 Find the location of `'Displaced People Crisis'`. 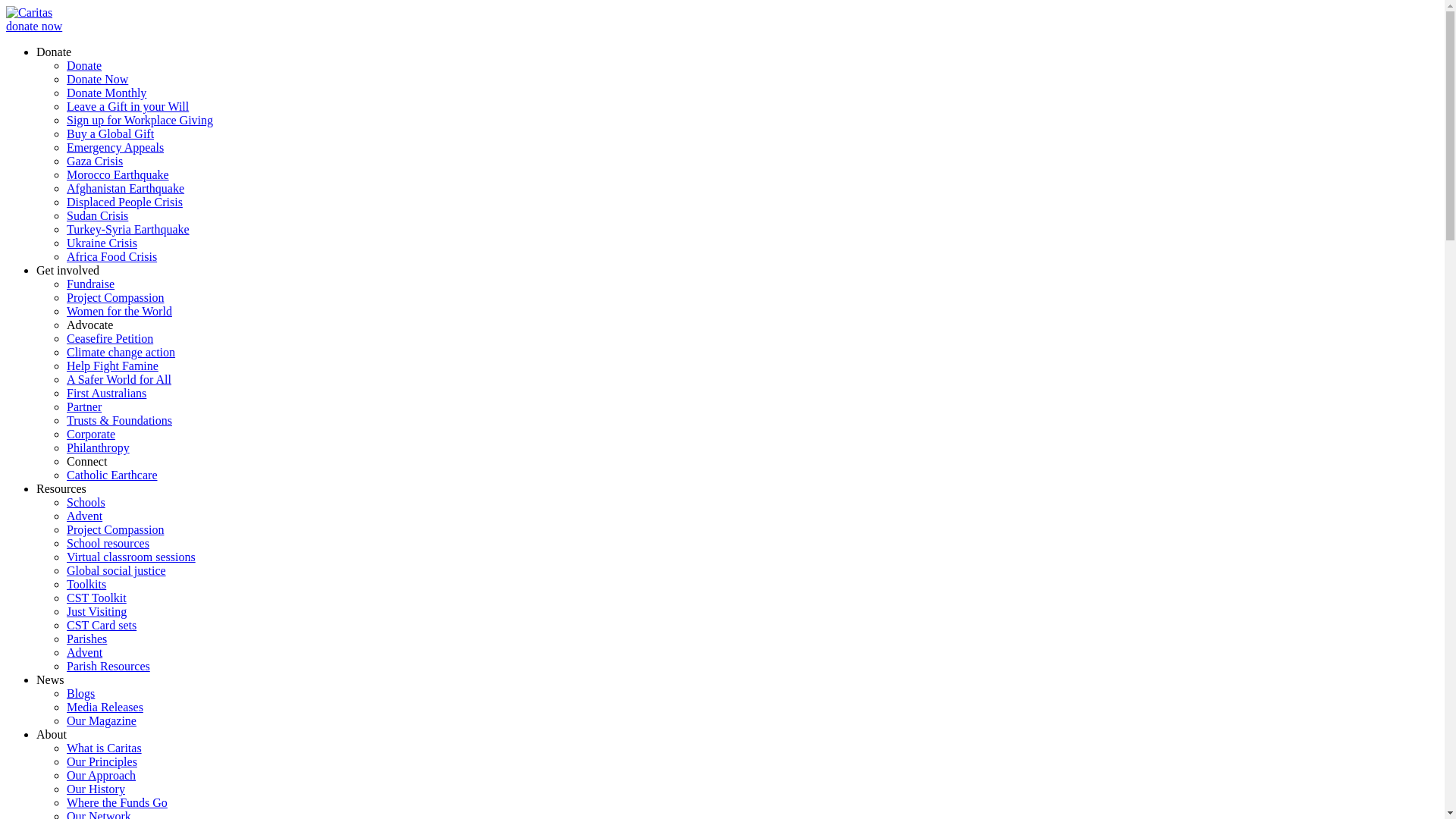

'Displaced People Crisis' is located at coordinates (124, 201).